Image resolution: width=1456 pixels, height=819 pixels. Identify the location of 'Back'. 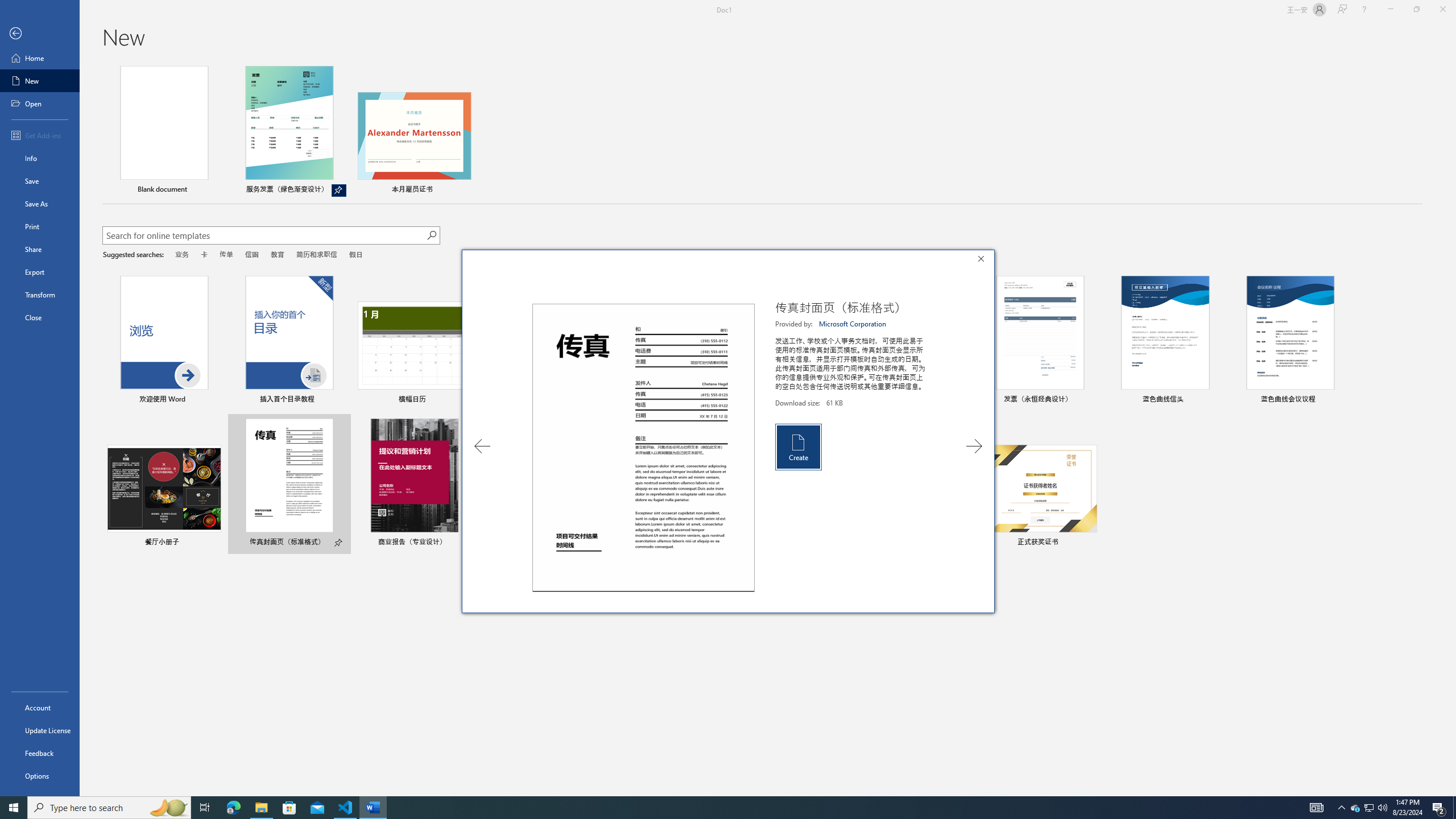
(39, 33).